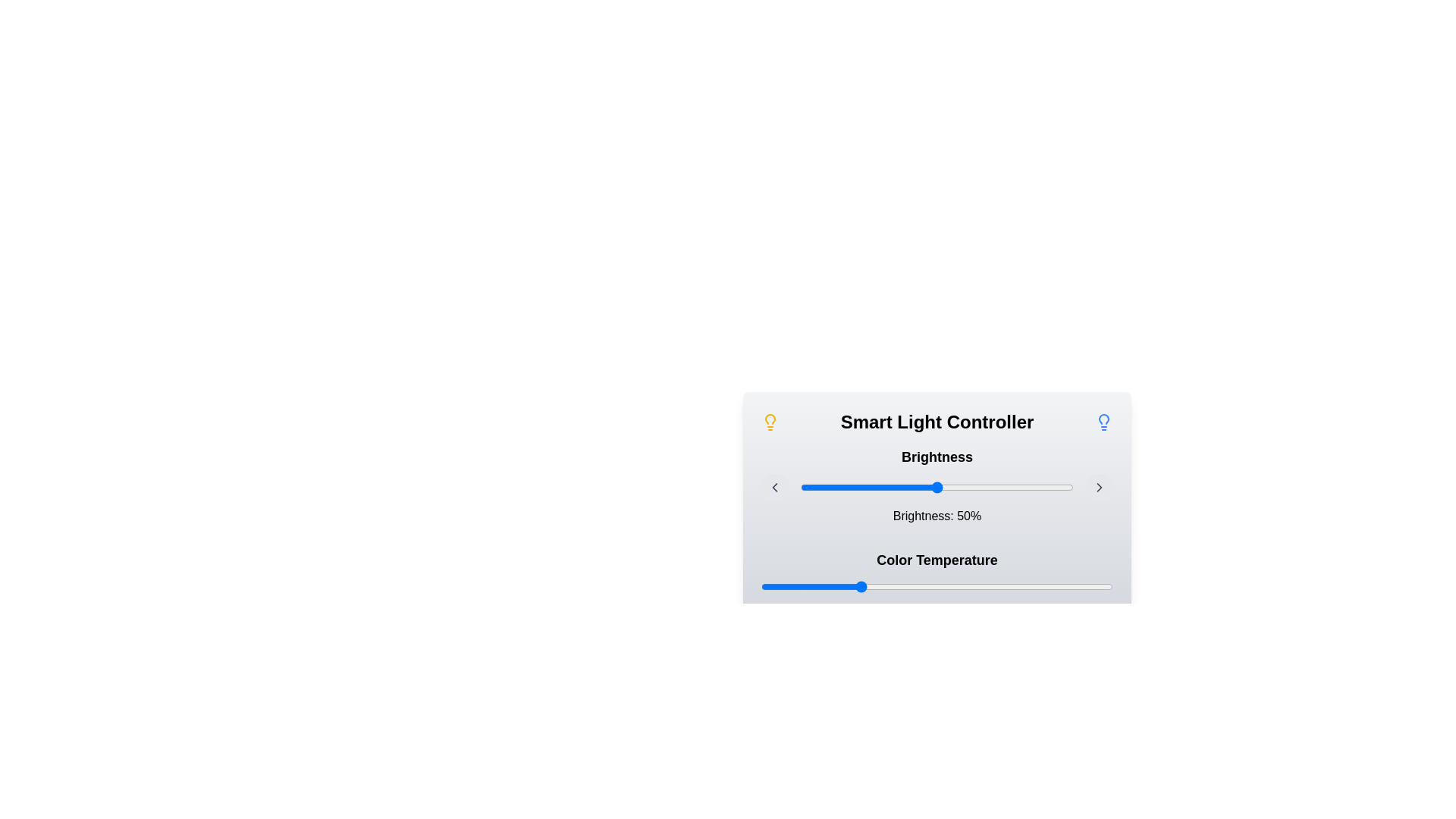 The height and width of the screenshot is (819, 1456). What do you see at coordinates (906, 586) in the screenshot?
I see `the color temperature` at bounding box center [906, 586].